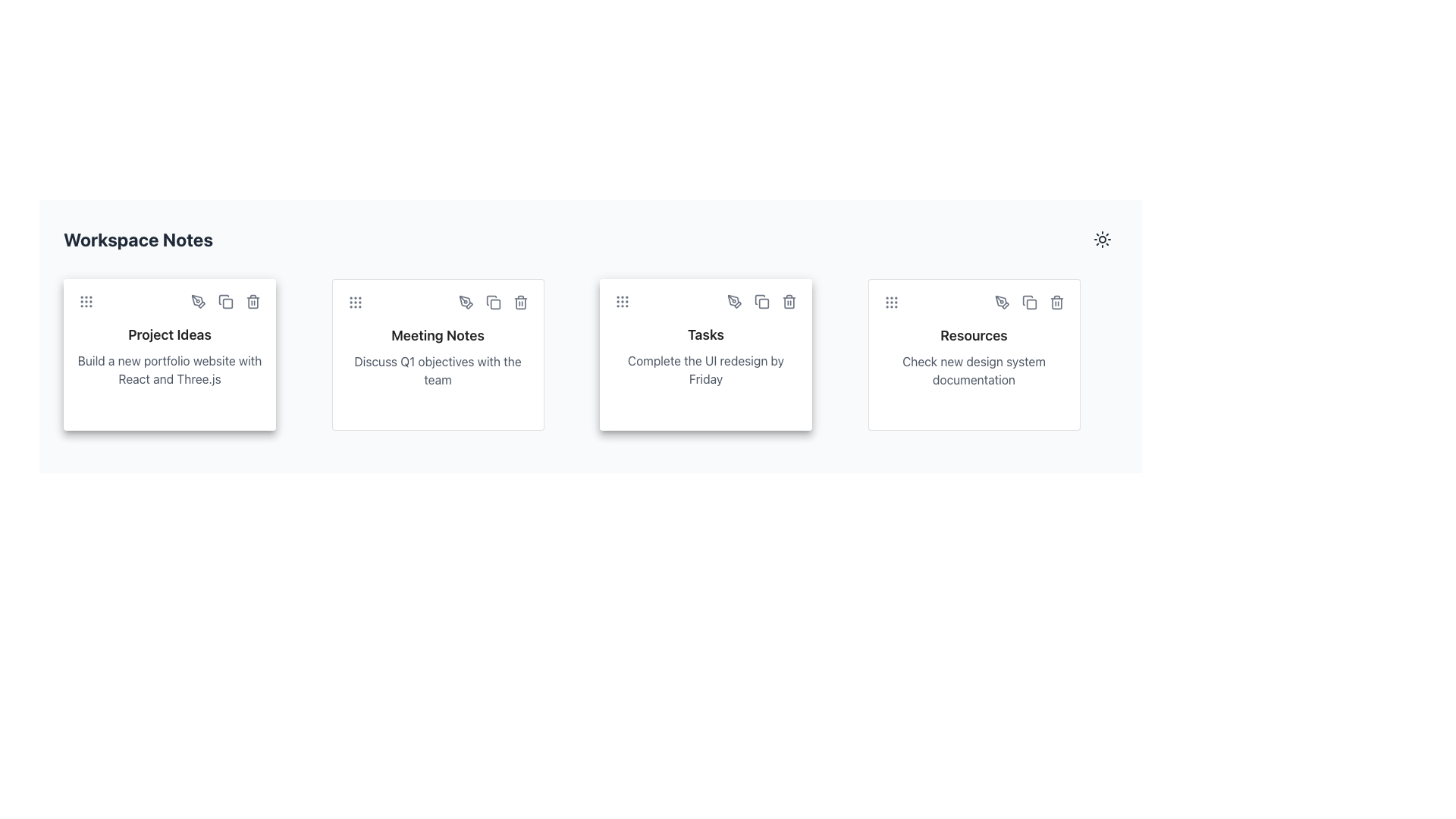 The width and height of the screenshot is (1456, 819). I want to click on the 'Meeting Notes' text label, which is styled in bold and centrally aligned within the second card of a horizontally aligned group of four cards, so click(437, 335).